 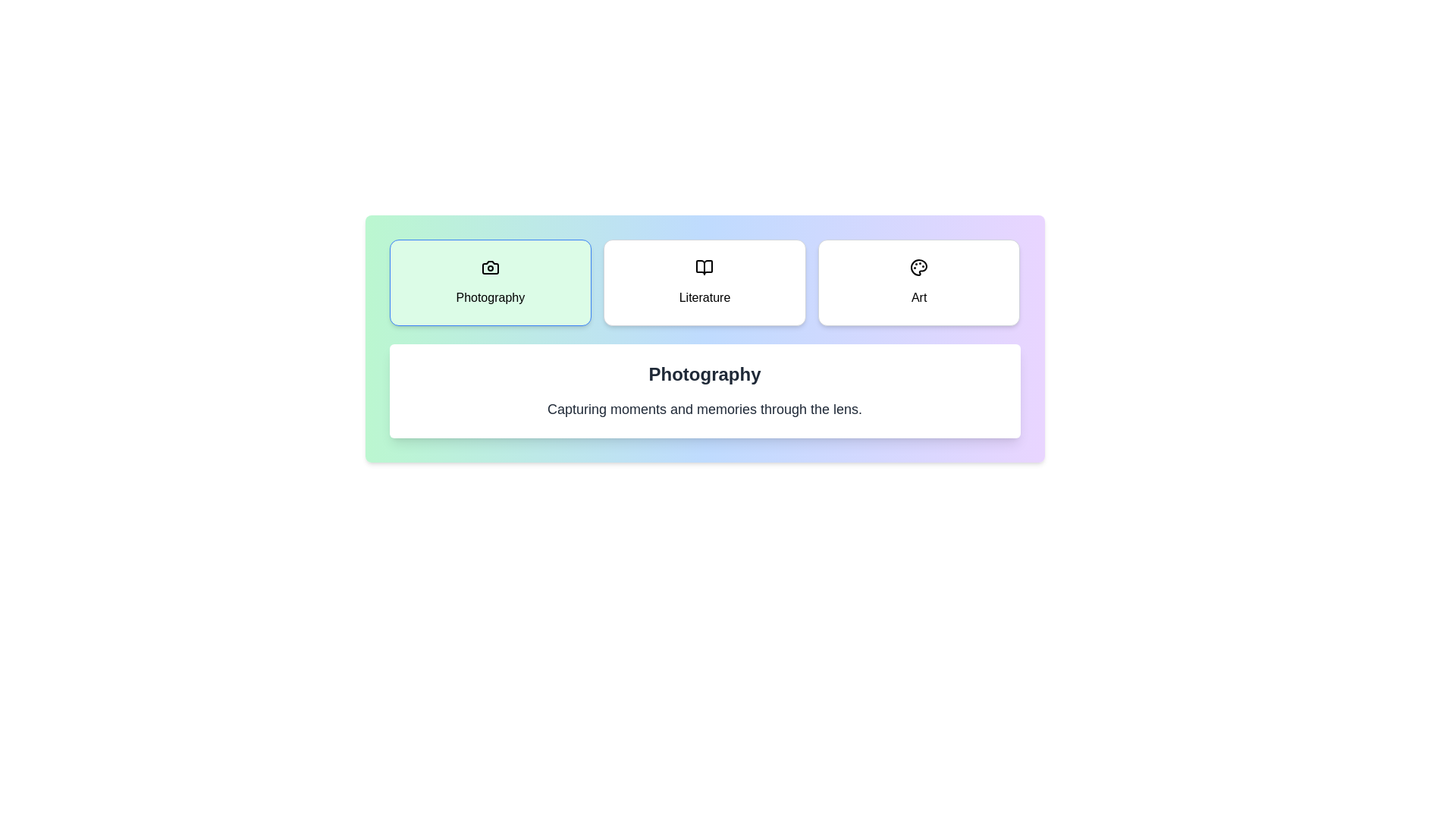 I want to click on the camera body section of the camera icon, which is an outlined rectangle positioned within the green card labeled 'Photography', so click(x=490, y=267).